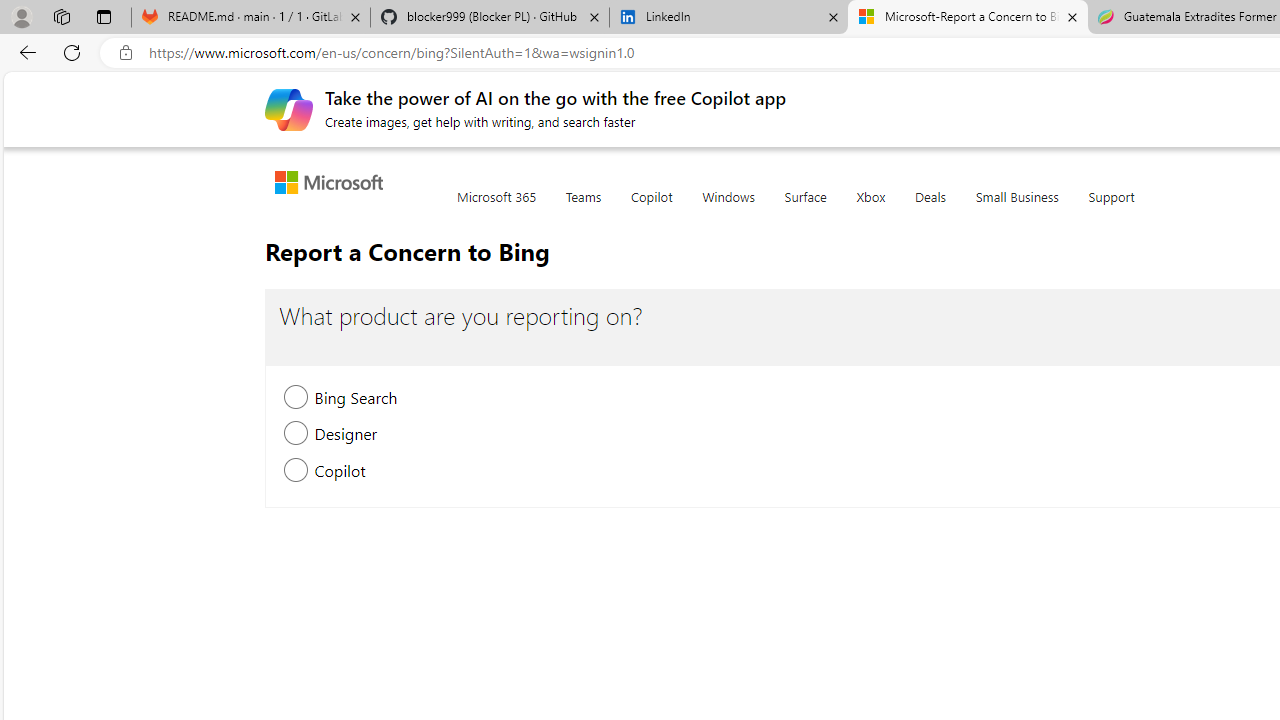 Image resolution: width=1280 pixels, height=720 pixels. What do you see at coordinates (871, 208) in the screenshot?
I see `'Xbox'` at bounding box center [871, 208].